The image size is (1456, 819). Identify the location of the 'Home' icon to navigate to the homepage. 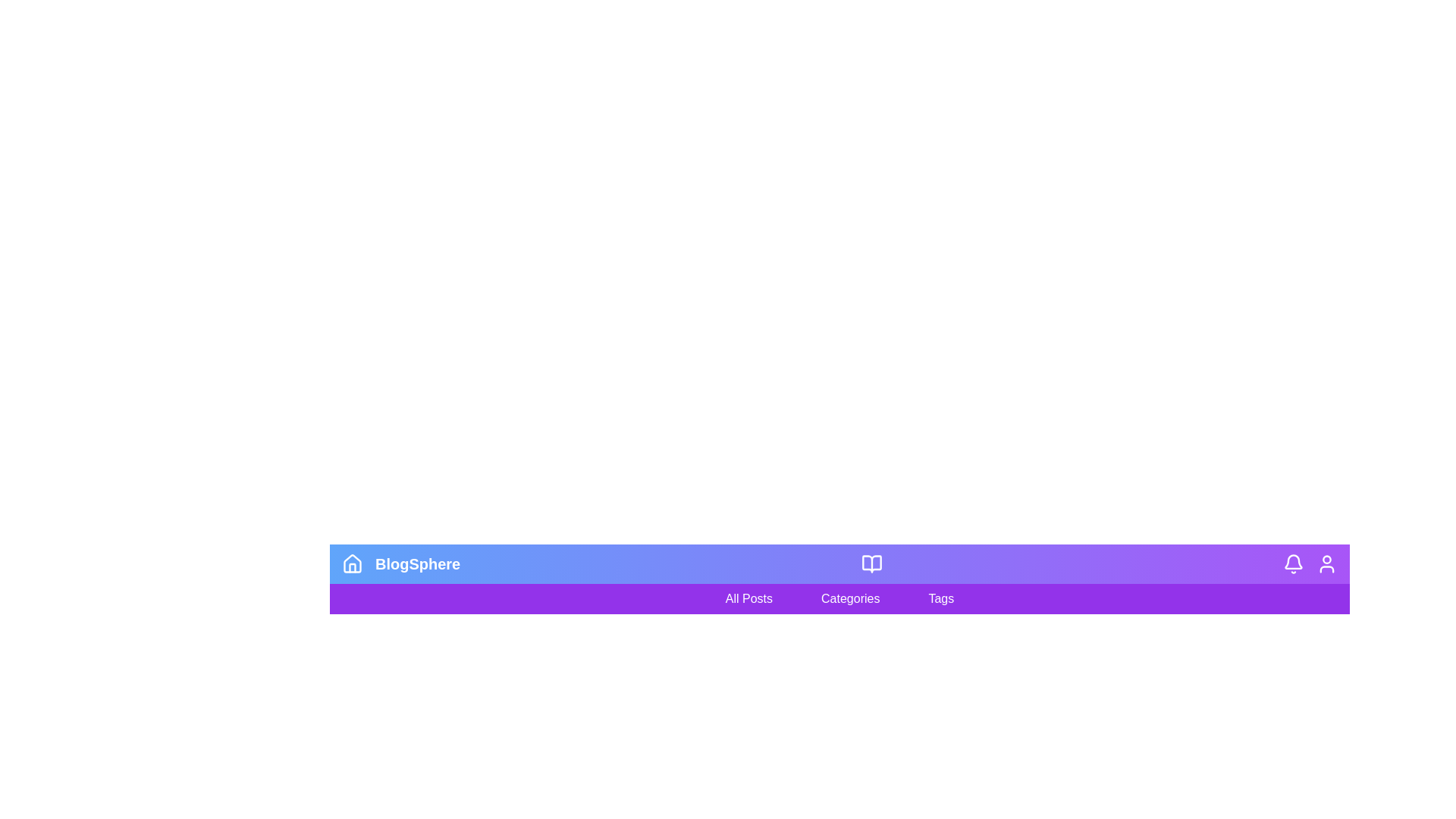
(352, 564).